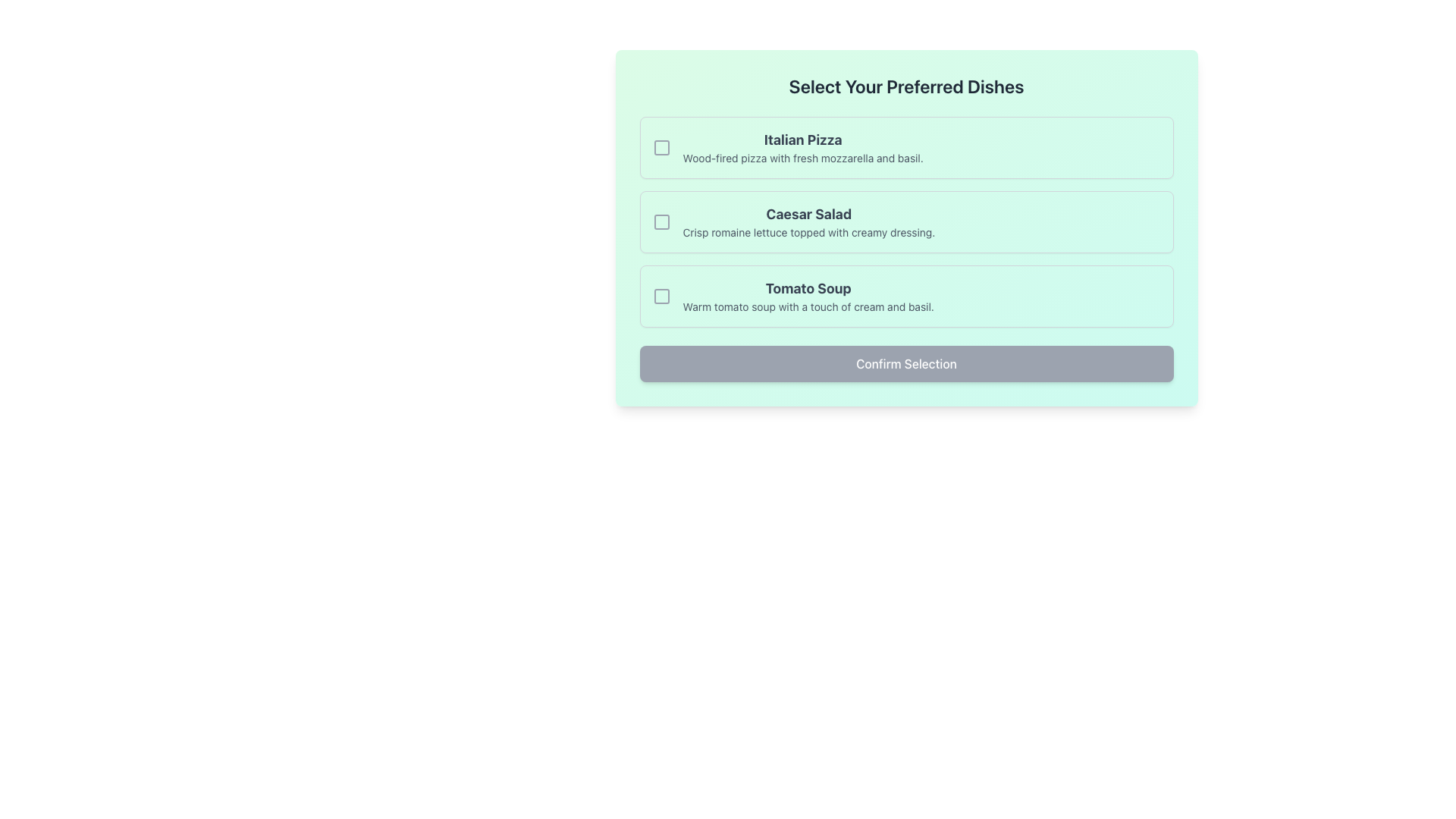 This screenshot has height=819, width=1456. Describe the element at coordinates (808, 222) in the screenshot. I see `to select the second list item labeled 'Caesar Salad' which has a bold dark gray title and a lighter gray description beneath it` at that location.